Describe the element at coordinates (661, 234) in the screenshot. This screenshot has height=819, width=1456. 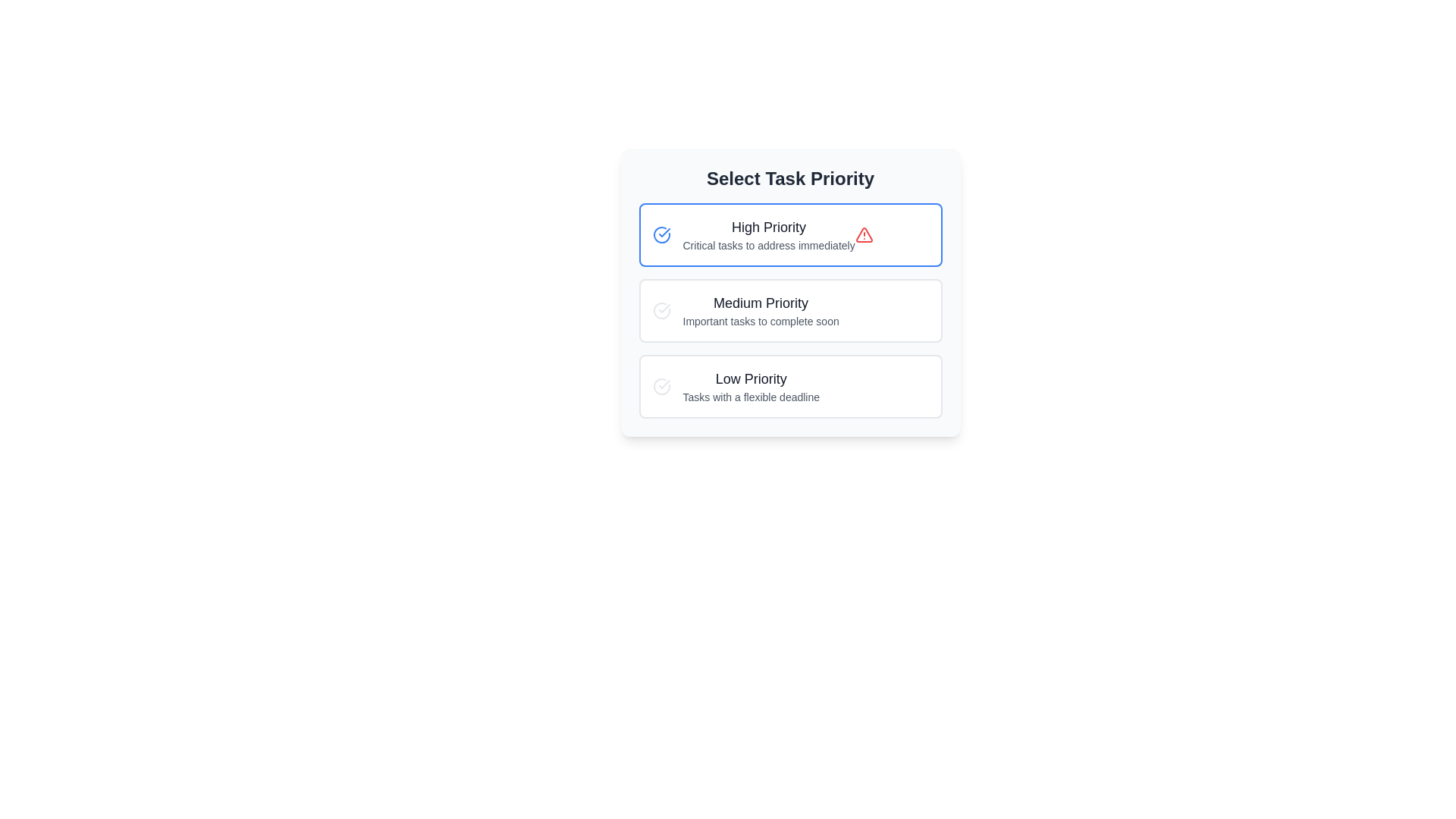
I see `the 'High Priority' task option icon, which is located at the top of the task priority list adjacent to the text 'High Priority'` at that location.